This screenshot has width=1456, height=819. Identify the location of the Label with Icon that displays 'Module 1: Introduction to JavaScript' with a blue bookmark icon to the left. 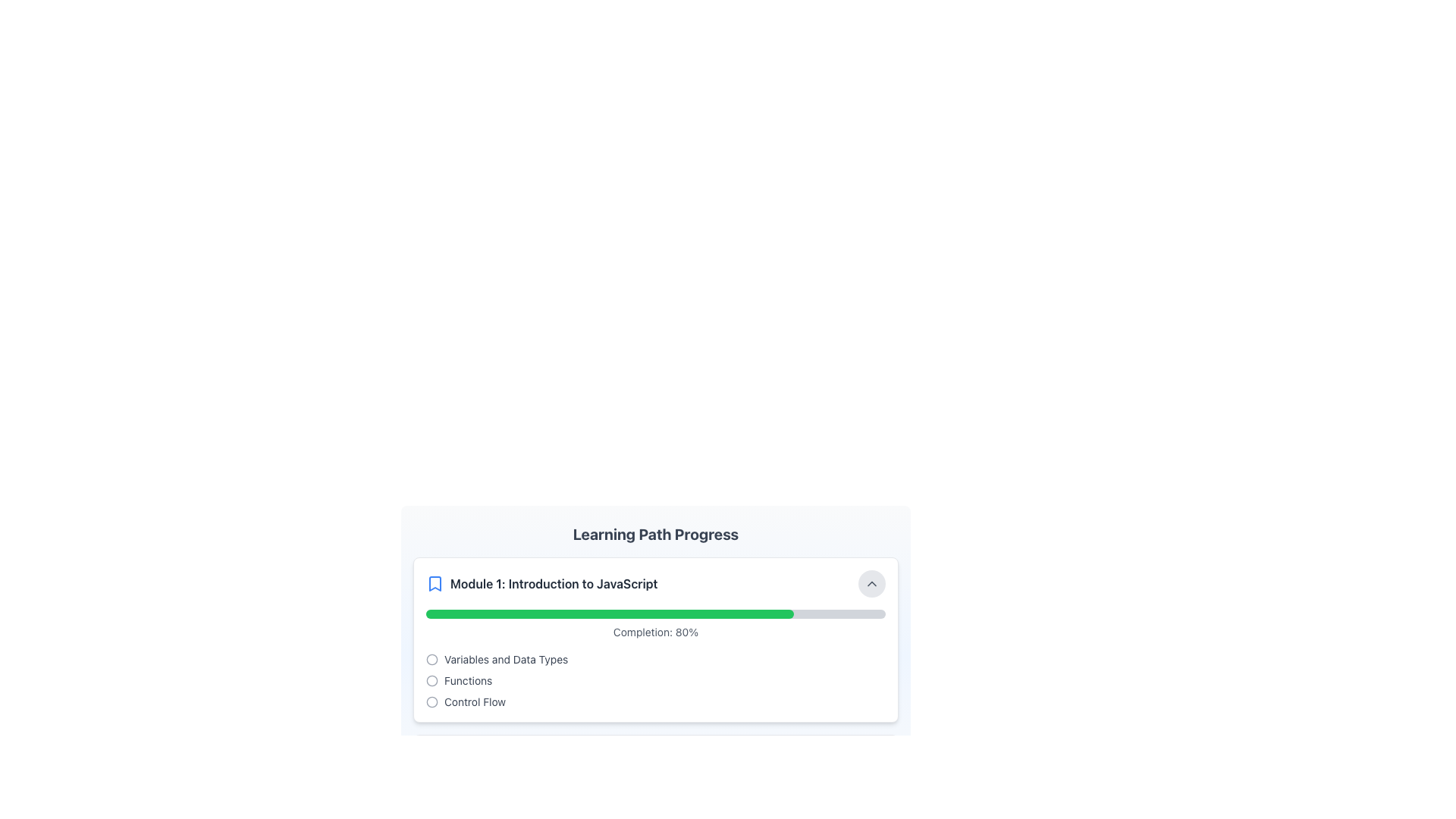
(541, 583).